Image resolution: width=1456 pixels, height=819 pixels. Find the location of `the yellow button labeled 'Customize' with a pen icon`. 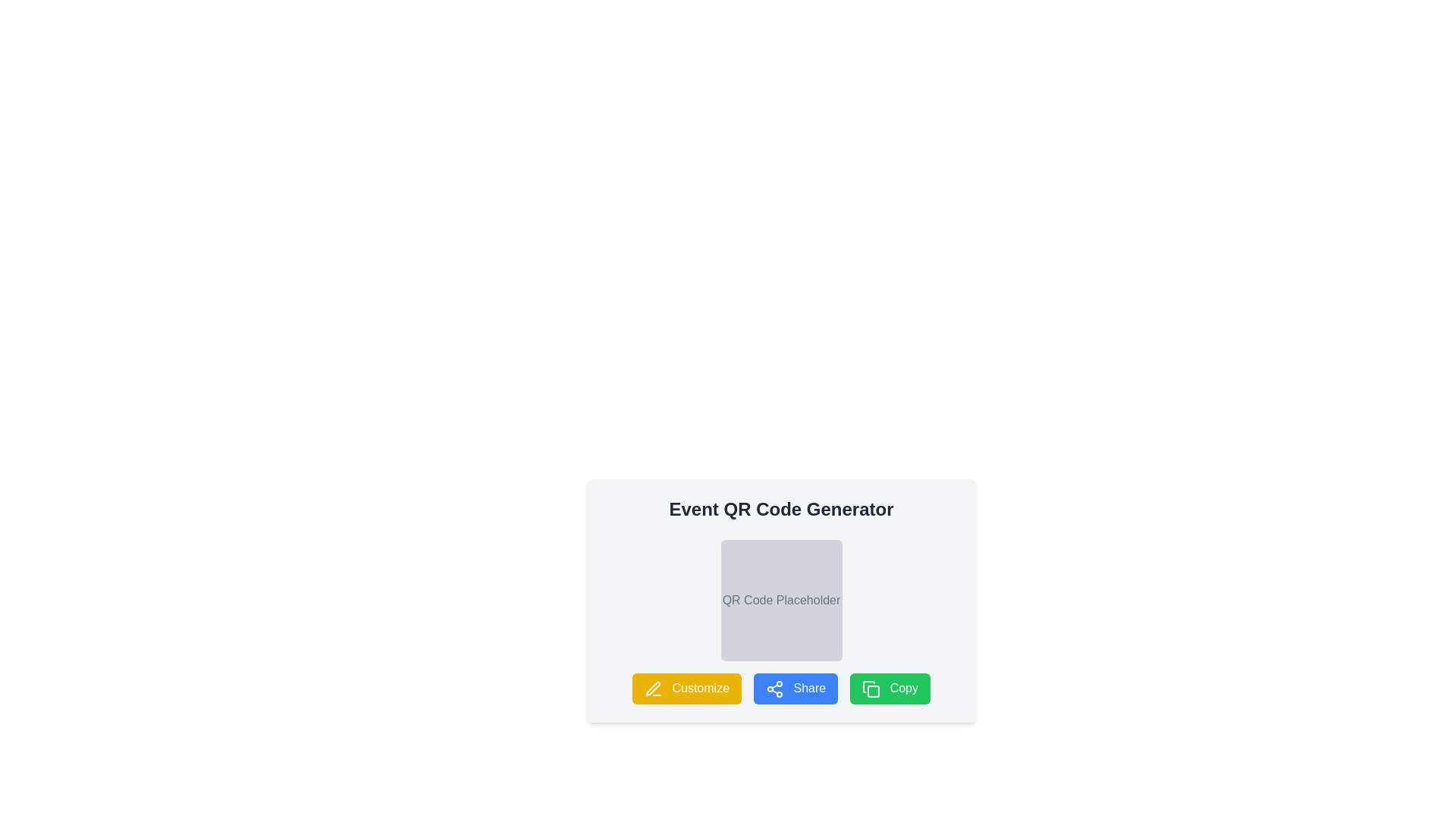

the yellow button labeled 'Customize' with a pen icon is located at coordinates (686, 689).